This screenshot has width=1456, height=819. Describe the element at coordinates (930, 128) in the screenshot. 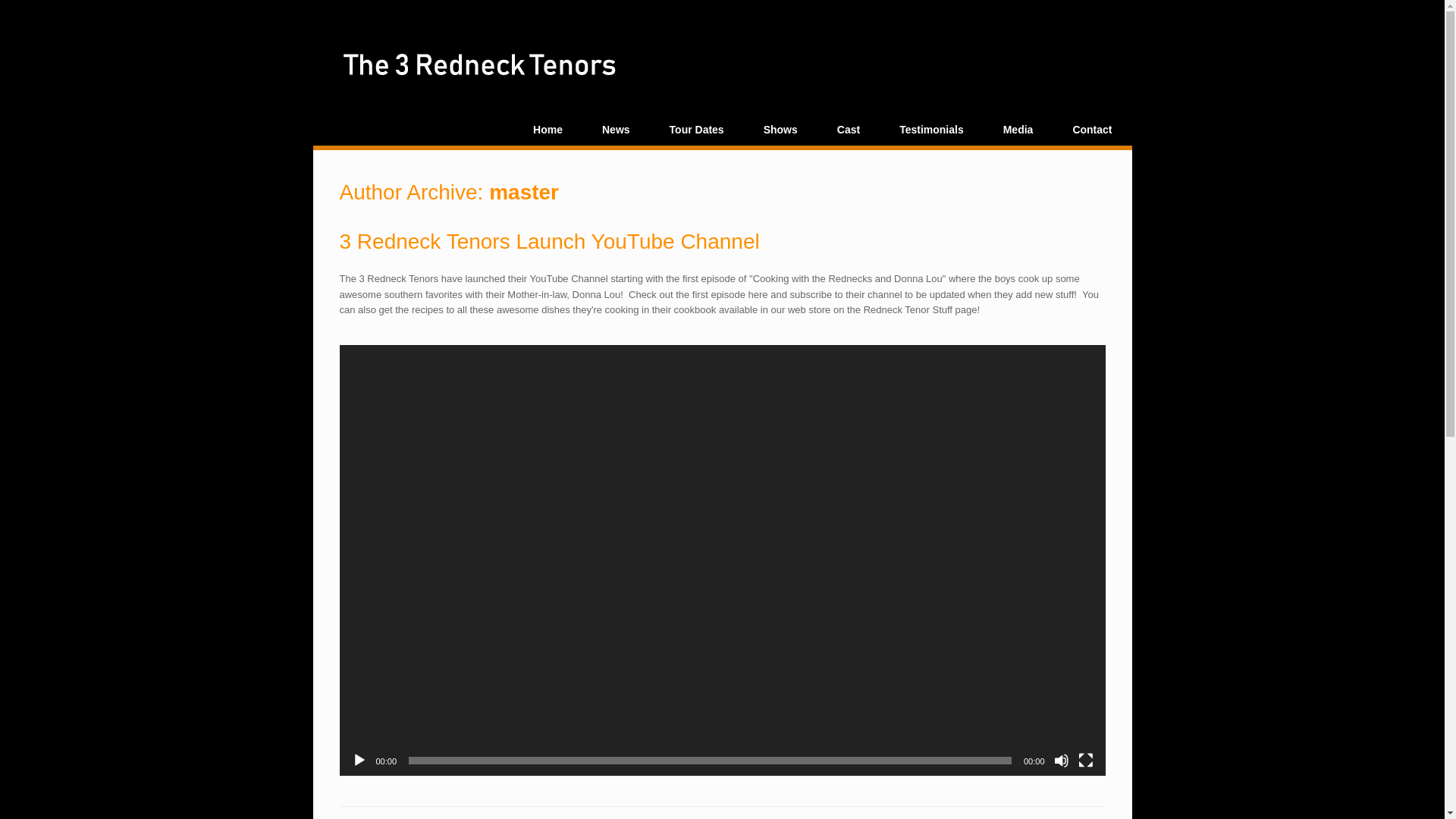

I see `'Testimonials'` at that location.